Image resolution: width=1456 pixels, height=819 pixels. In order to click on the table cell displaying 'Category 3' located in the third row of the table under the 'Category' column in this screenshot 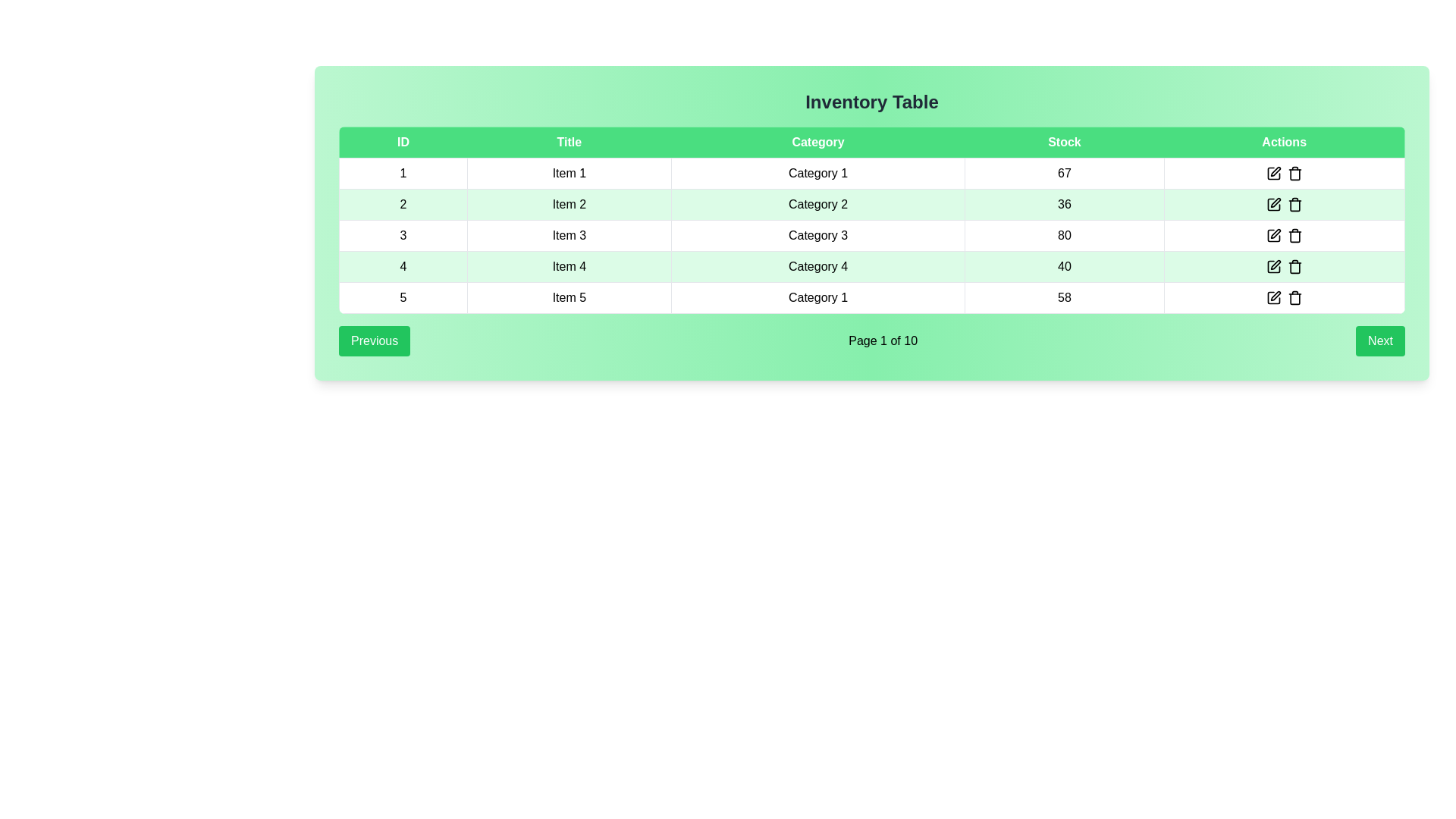, I will do `click(817, 236)`.